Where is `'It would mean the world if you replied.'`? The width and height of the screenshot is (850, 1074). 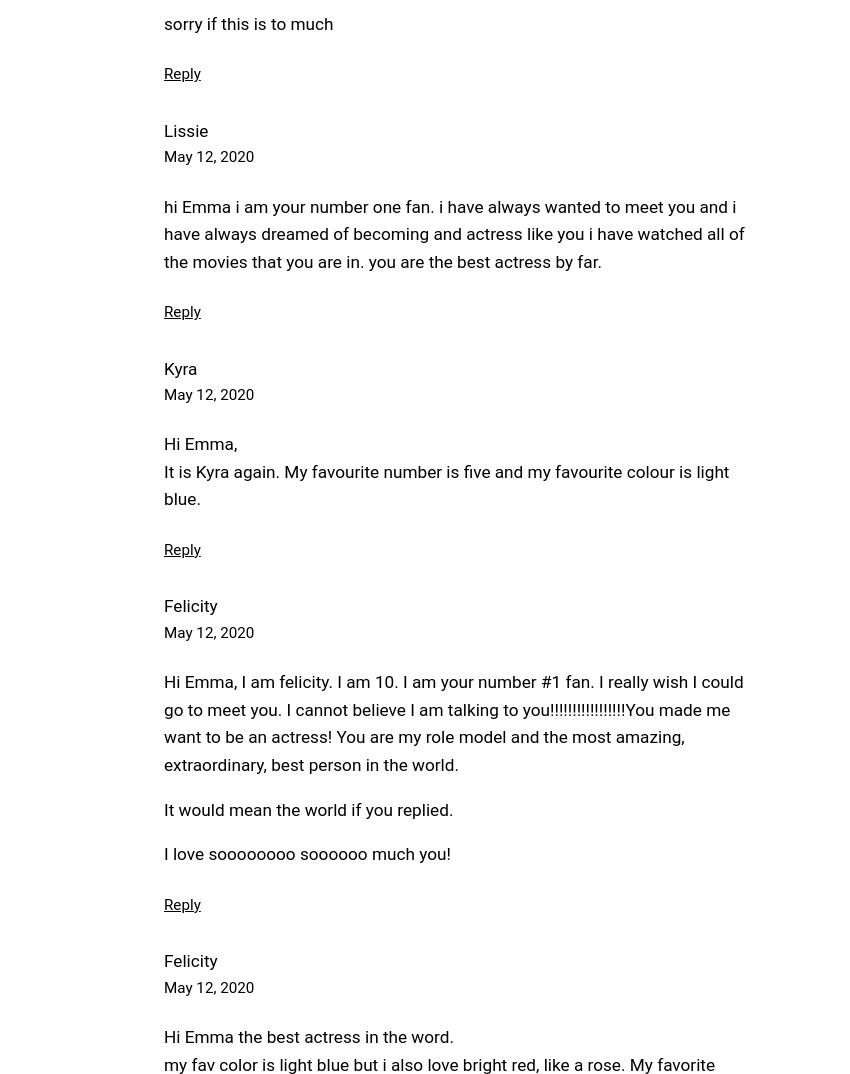 'It would mean the world if you replied.' is located at coordinates (163, 809).